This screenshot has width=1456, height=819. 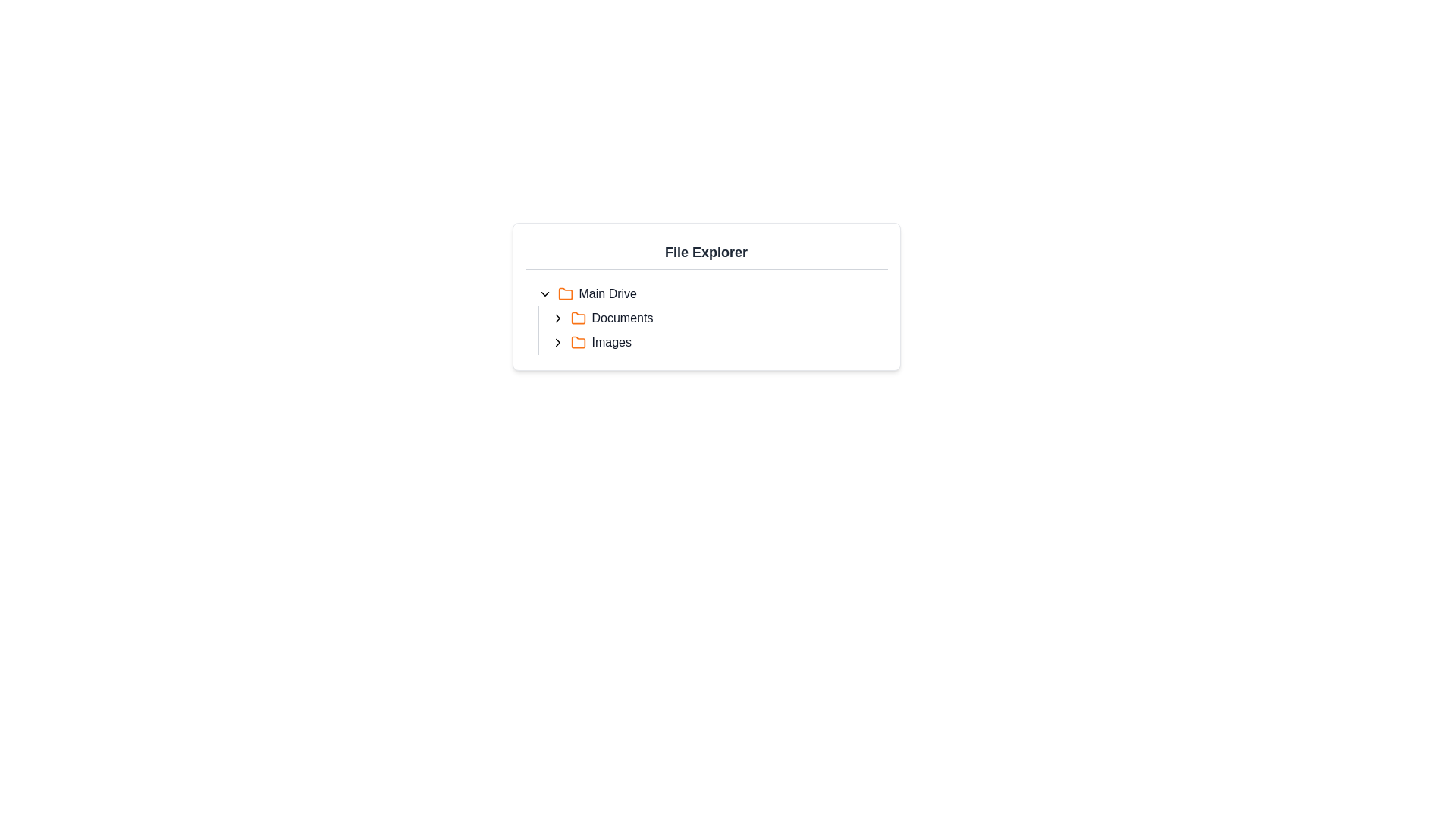 I want to click on the 'Main Drive' text label, which is styled with a bold font and dark gray color, so click(x=607, y=294).